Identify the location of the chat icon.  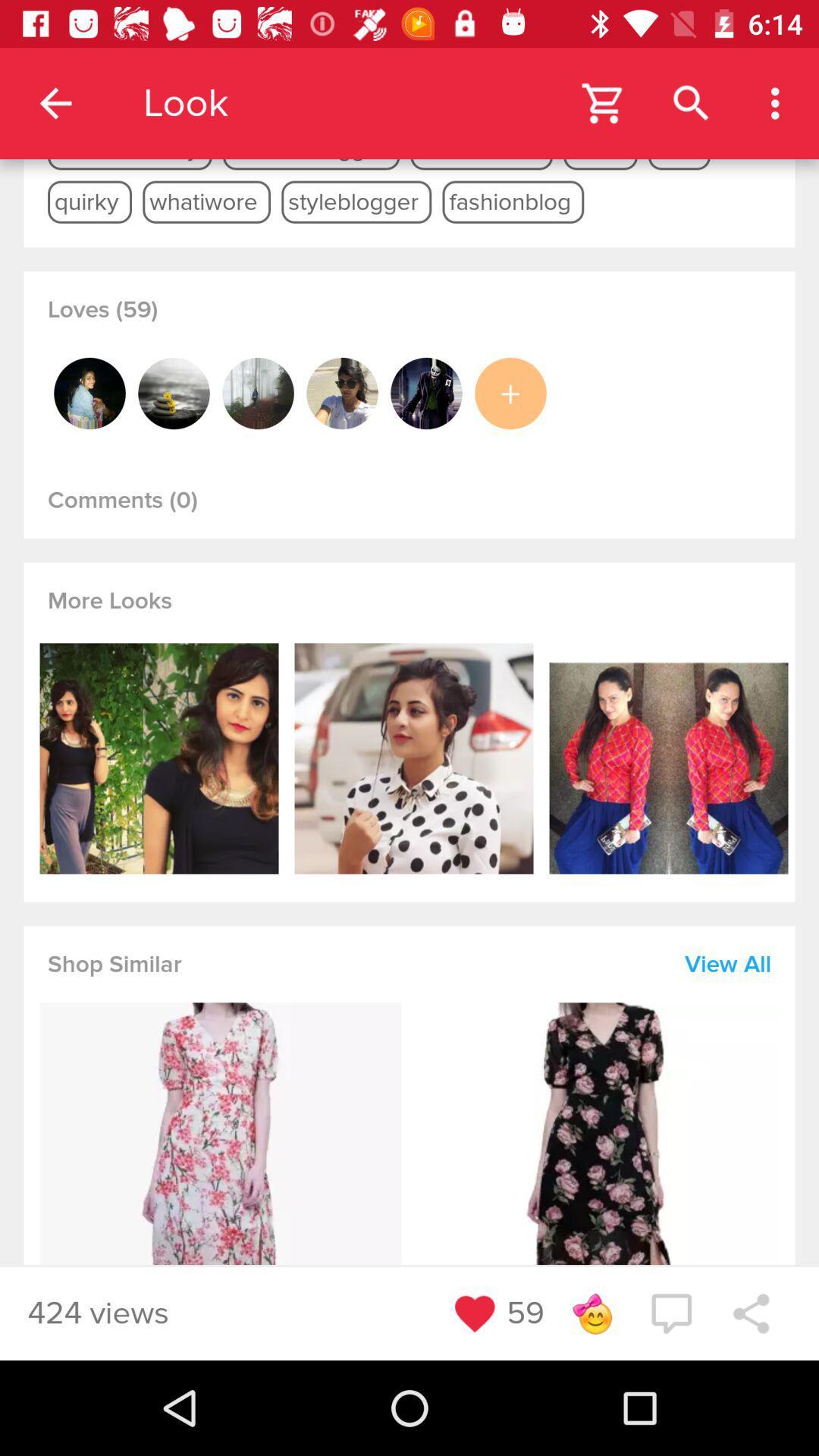
(670, 1313).